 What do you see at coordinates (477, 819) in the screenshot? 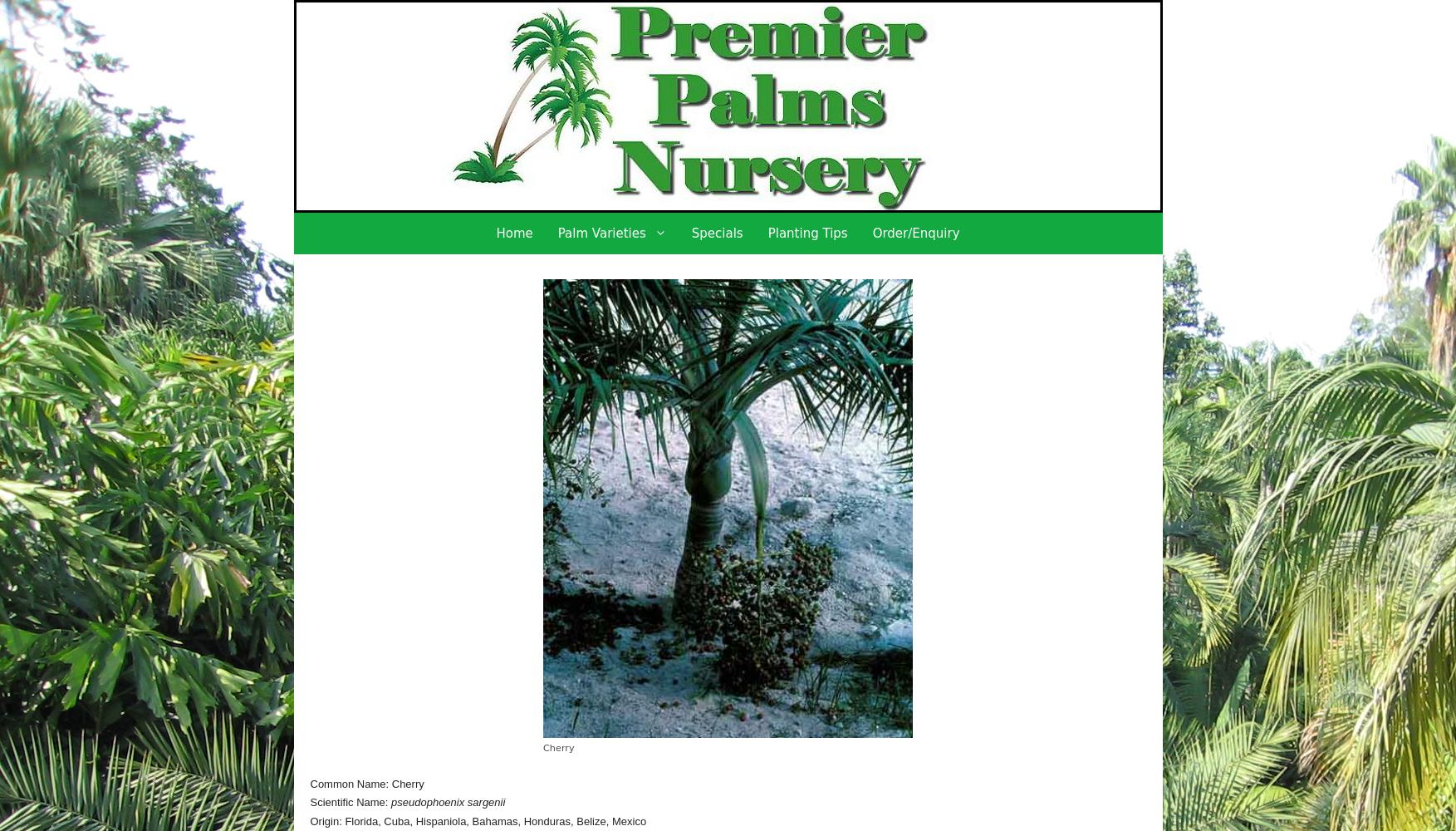
I see `'Origin: Florida, Cuba, Hispaniola, Bahamas, Honduras, Belize, Mexico'` at bounding box center [477, 819].